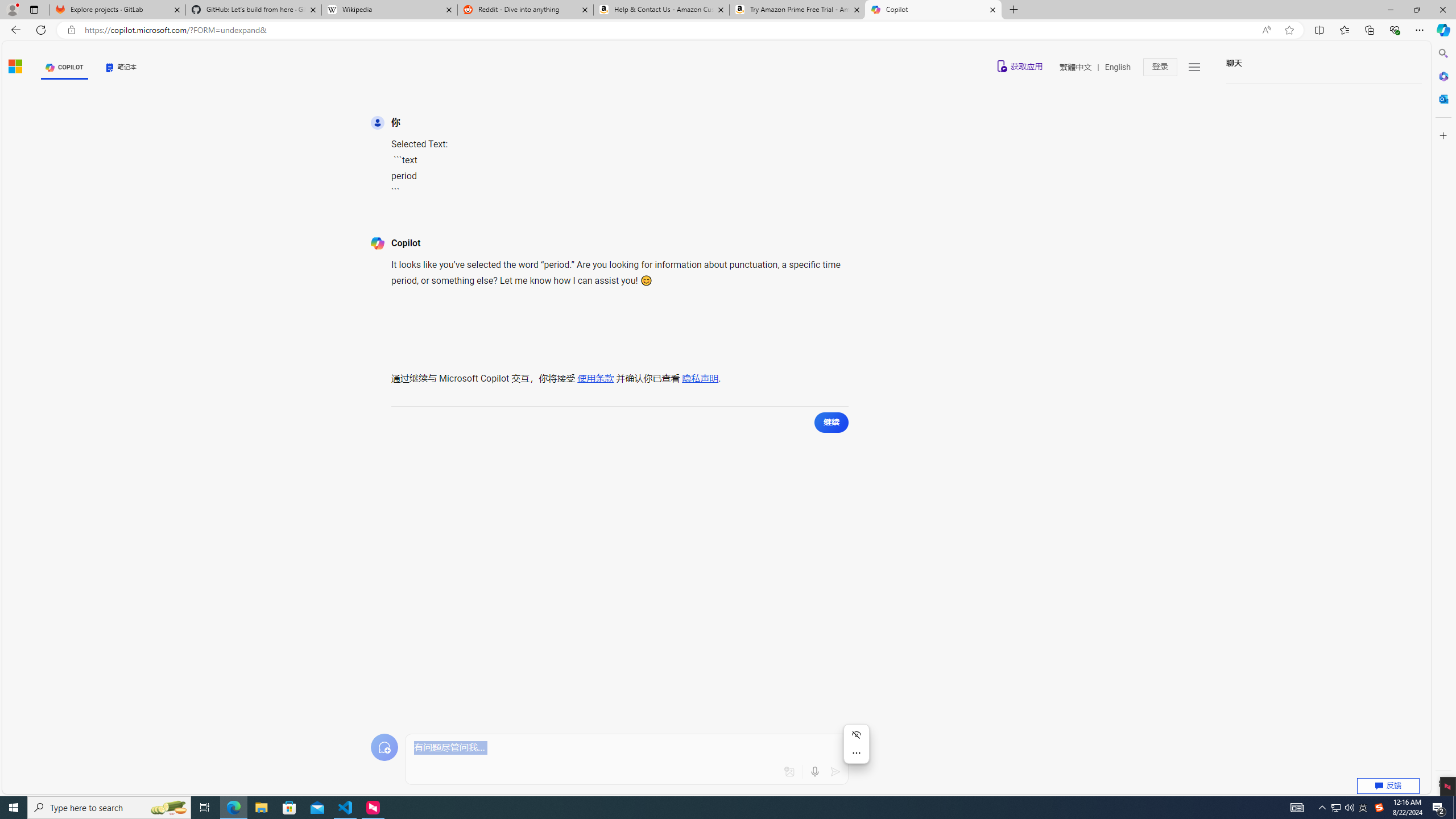  Describe the element at coordinates (932, 9) in the screenshot. I see `'Copilot'` at that location.